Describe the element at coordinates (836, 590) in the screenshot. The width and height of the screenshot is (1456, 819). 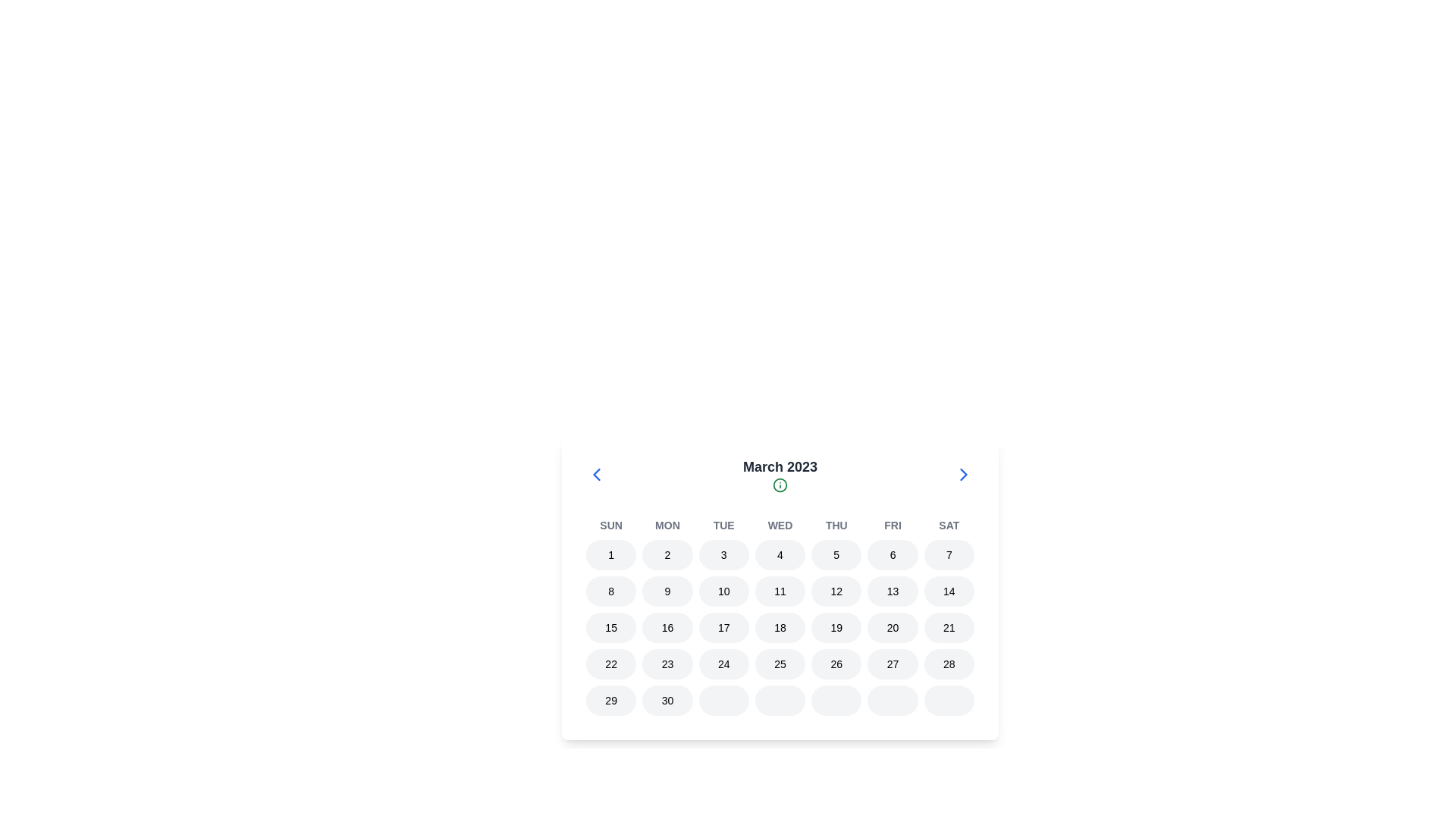
I see `the circular button labeled '12' with a light gray background` at that location.